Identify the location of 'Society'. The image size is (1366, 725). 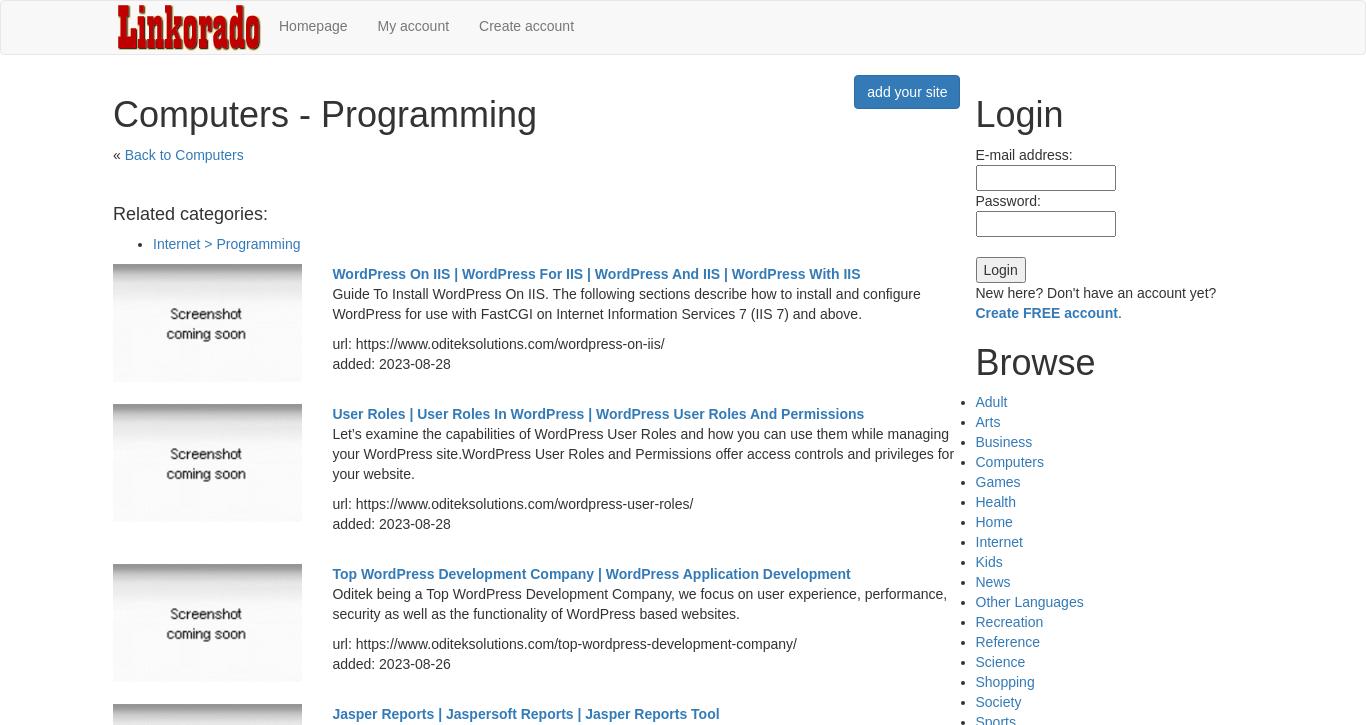
(997, 701).